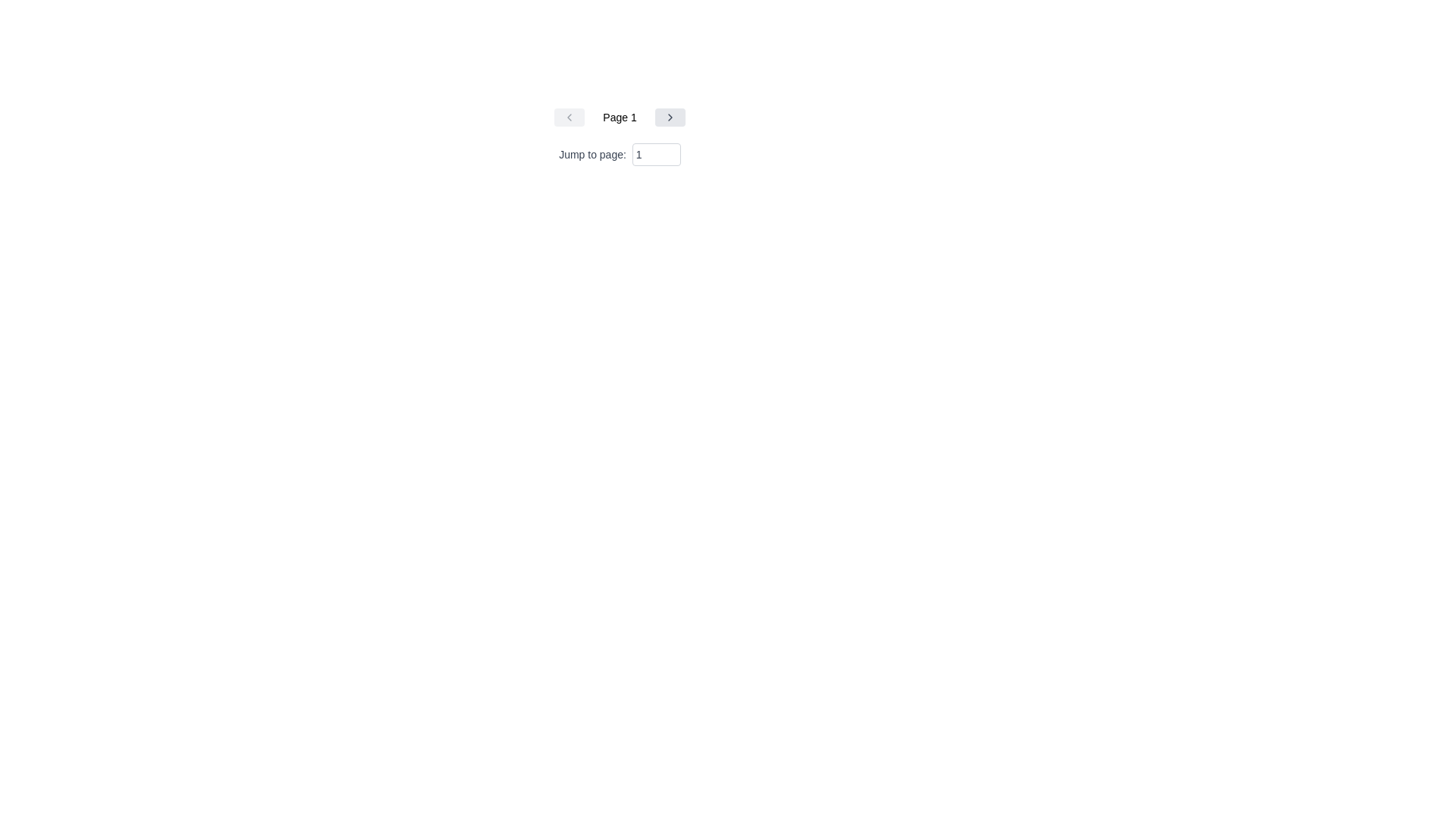 Image resolution: width=1456 pixels, height=819 pixels. What do you see at coordinates (569, 116) in the screenshot?
I see `the left-pointing arrow icon, which is located within a circular button with a light gray background` at bounding box center [569, 116].